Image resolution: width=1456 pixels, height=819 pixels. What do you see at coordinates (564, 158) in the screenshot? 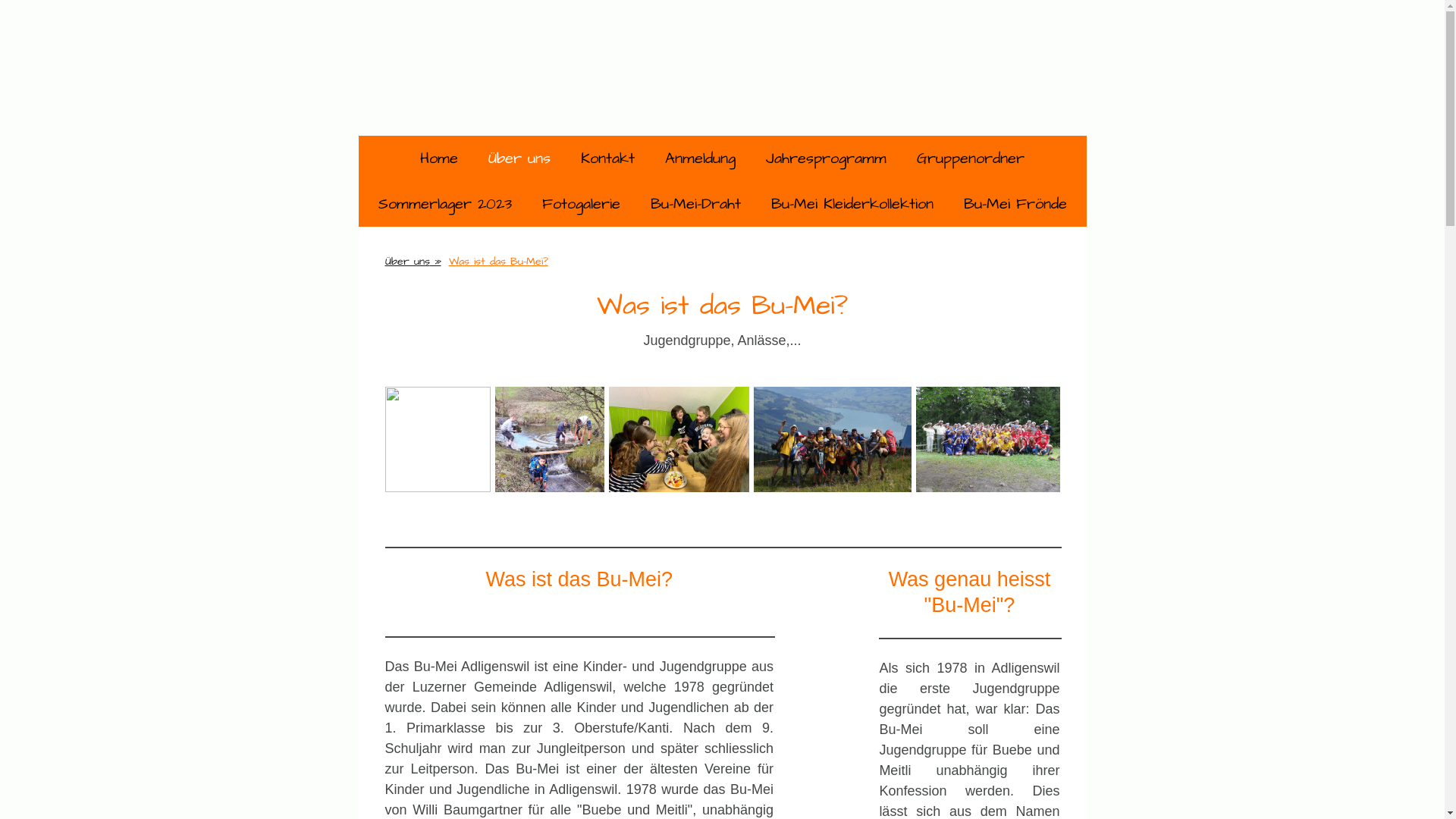
I see `'Kontakt'` at bounding box center [564, 158].